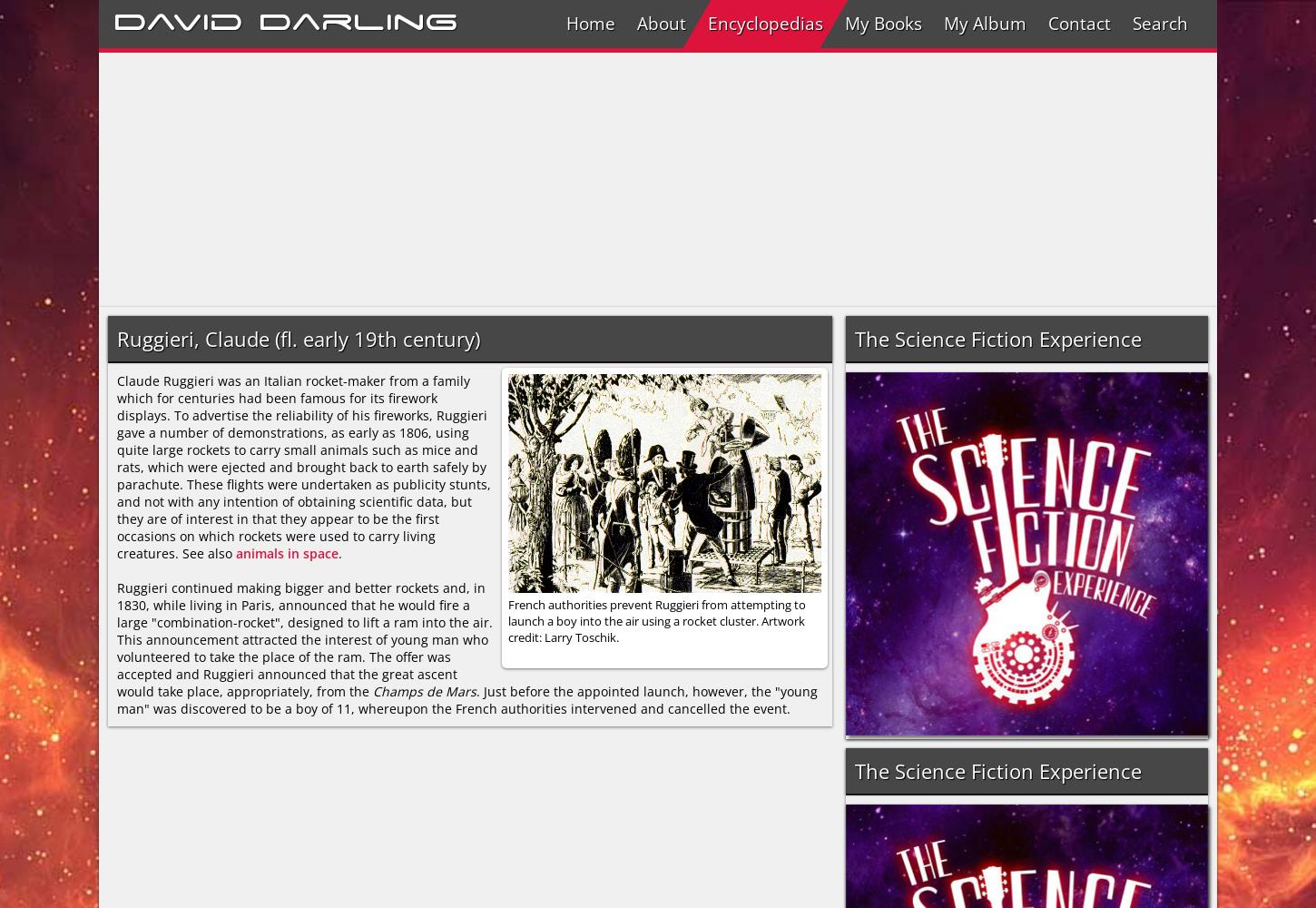  What do you see at coordinates (1078, 24) in the screenshot?
I see `'Contact'` at bounding box center [1078, 24].